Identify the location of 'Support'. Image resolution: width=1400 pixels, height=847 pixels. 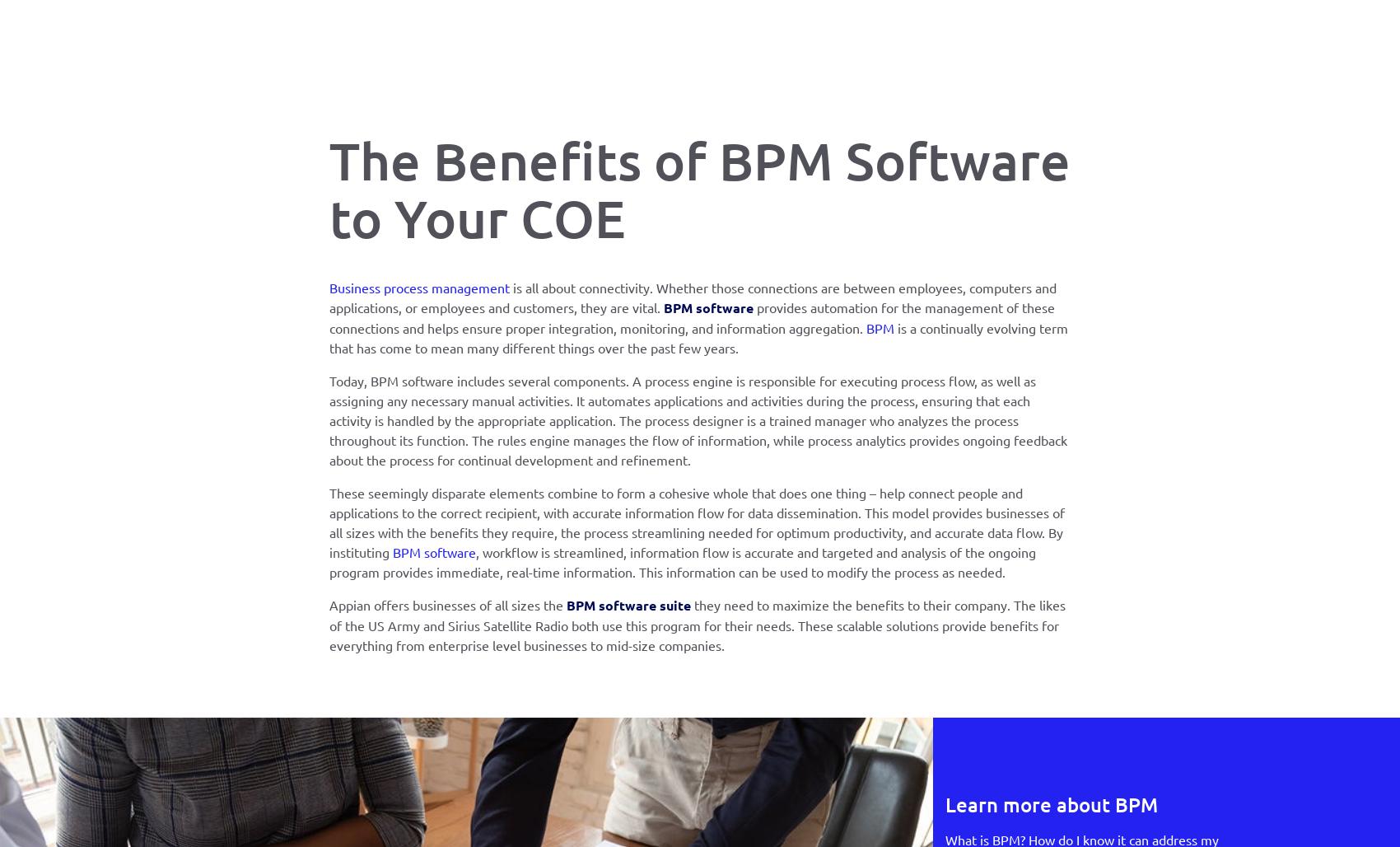
(518, 40).